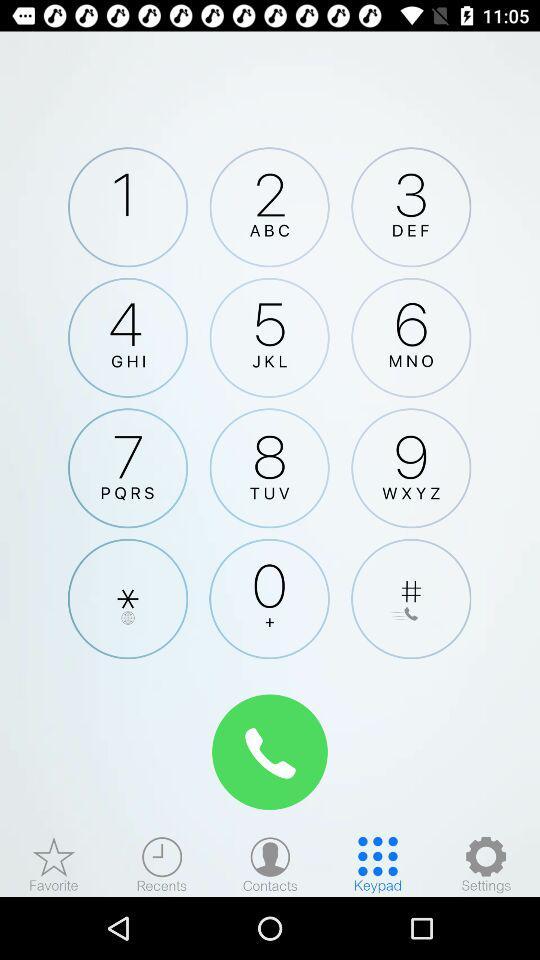 This screenshot has width=540, height=960. I want to click on the avatar icon, so click(270, 863).